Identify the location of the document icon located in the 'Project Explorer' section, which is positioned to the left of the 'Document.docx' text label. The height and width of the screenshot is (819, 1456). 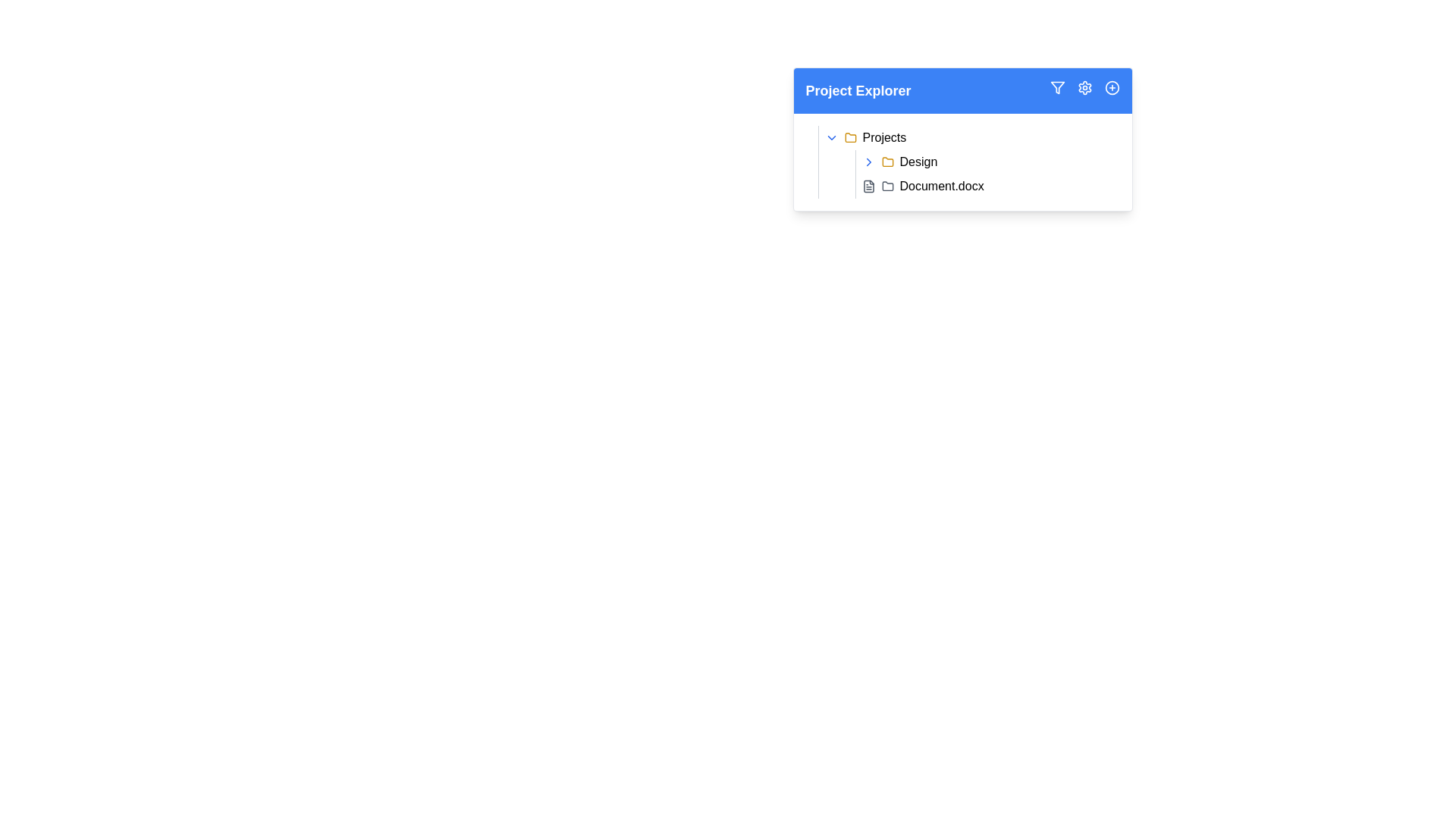
(868, 186).